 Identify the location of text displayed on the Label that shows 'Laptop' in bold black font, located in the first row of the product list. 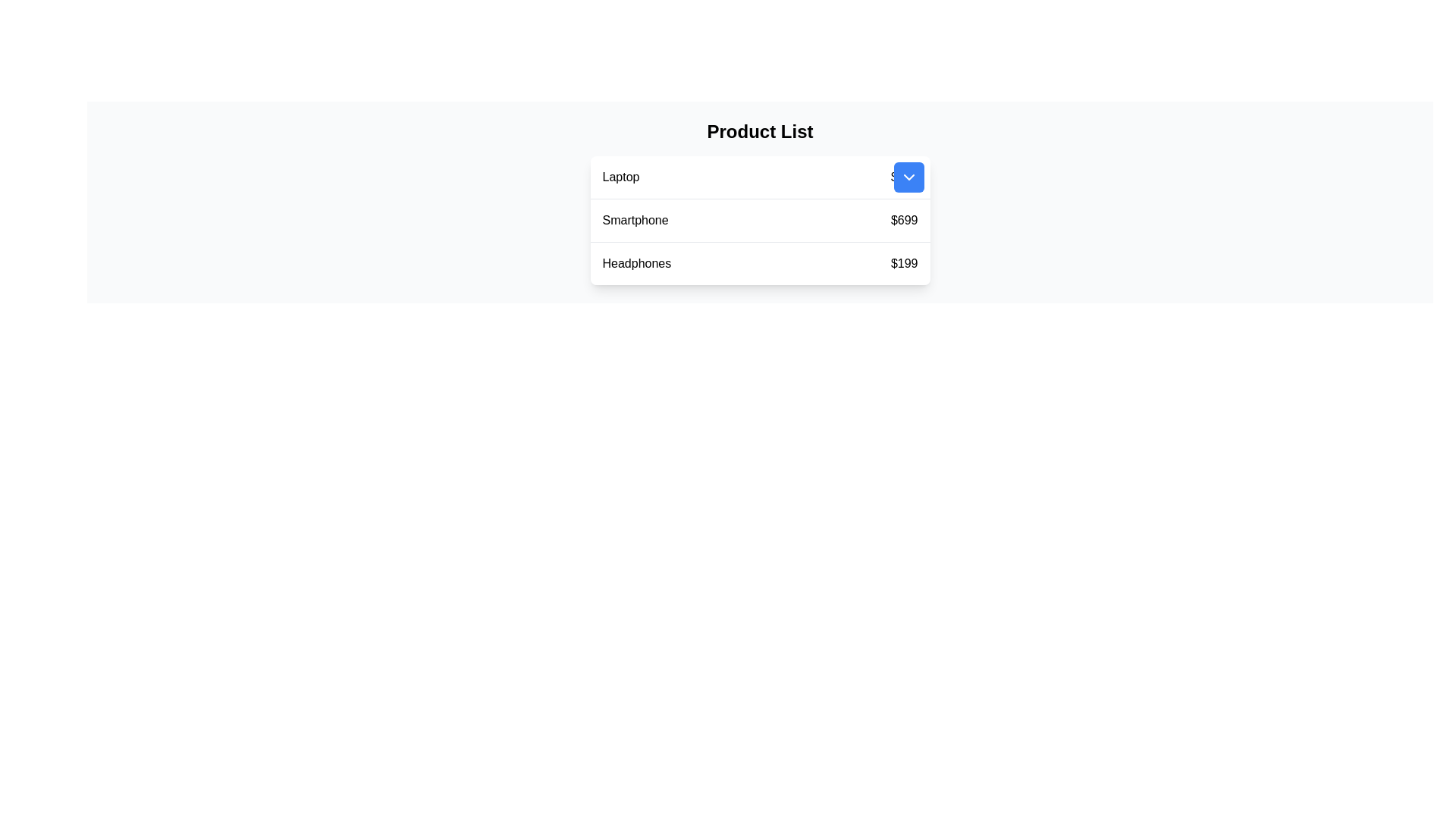
(620, 177).